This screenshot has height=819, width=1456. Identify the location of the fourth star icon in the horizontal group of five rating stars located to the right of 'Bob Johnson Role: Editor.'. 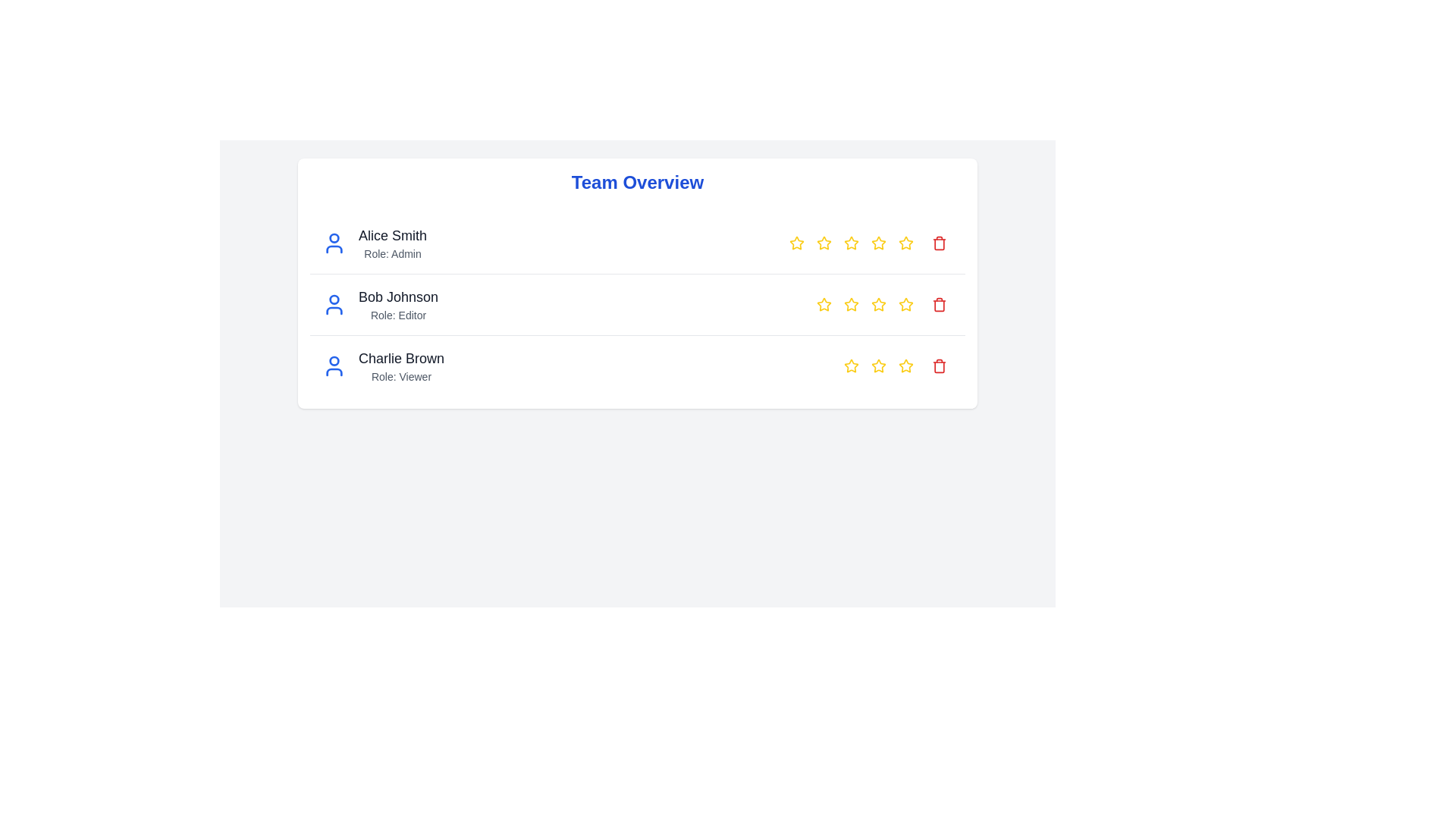
(878, 304).